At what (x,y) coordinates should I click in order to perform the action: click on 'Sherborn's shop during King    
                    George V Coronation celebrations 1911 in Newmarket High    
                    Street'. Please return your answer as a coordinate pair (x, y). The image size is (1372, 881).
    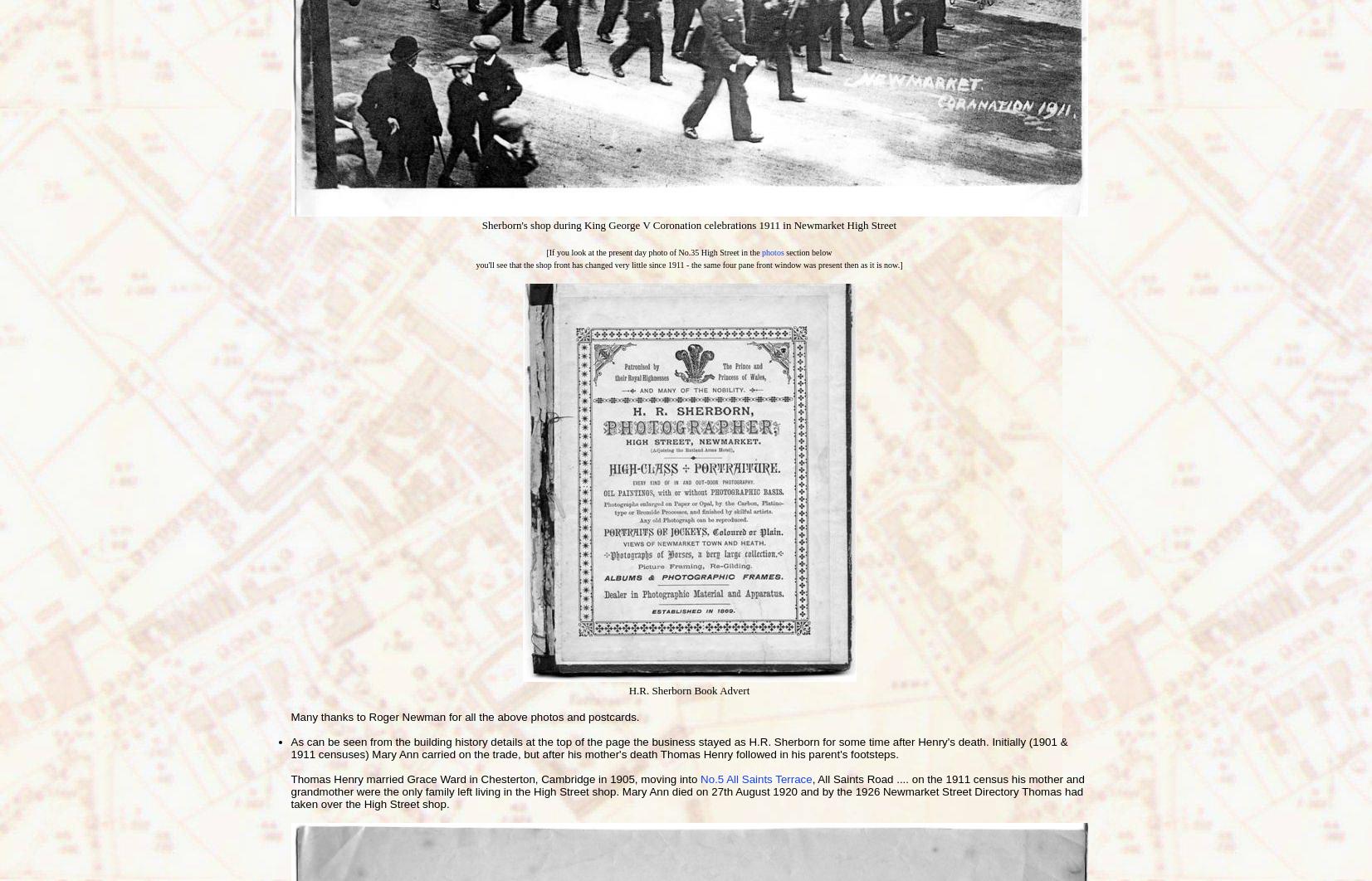
    Looking at the image, I should click on (481, 224).